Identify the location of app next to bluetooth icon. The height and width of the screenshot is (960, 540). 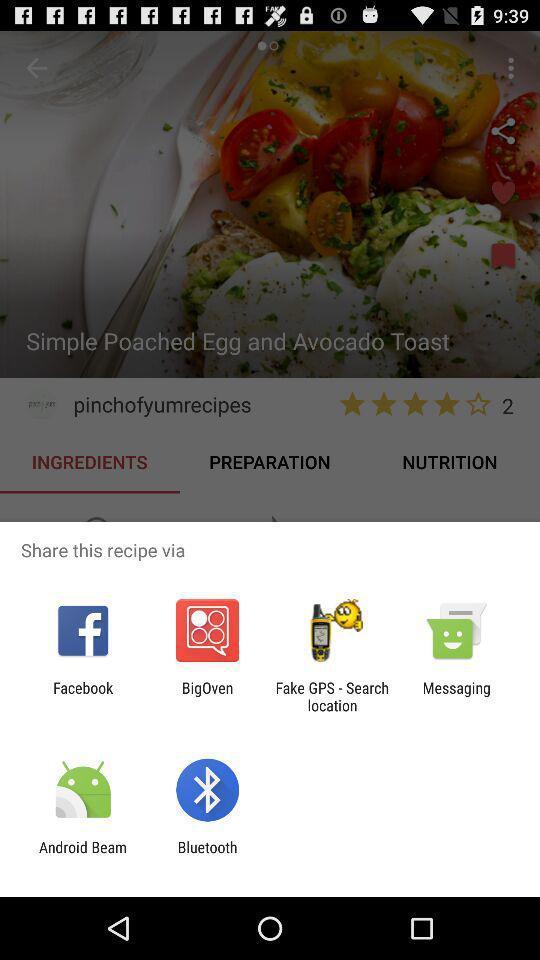
(82, 855).